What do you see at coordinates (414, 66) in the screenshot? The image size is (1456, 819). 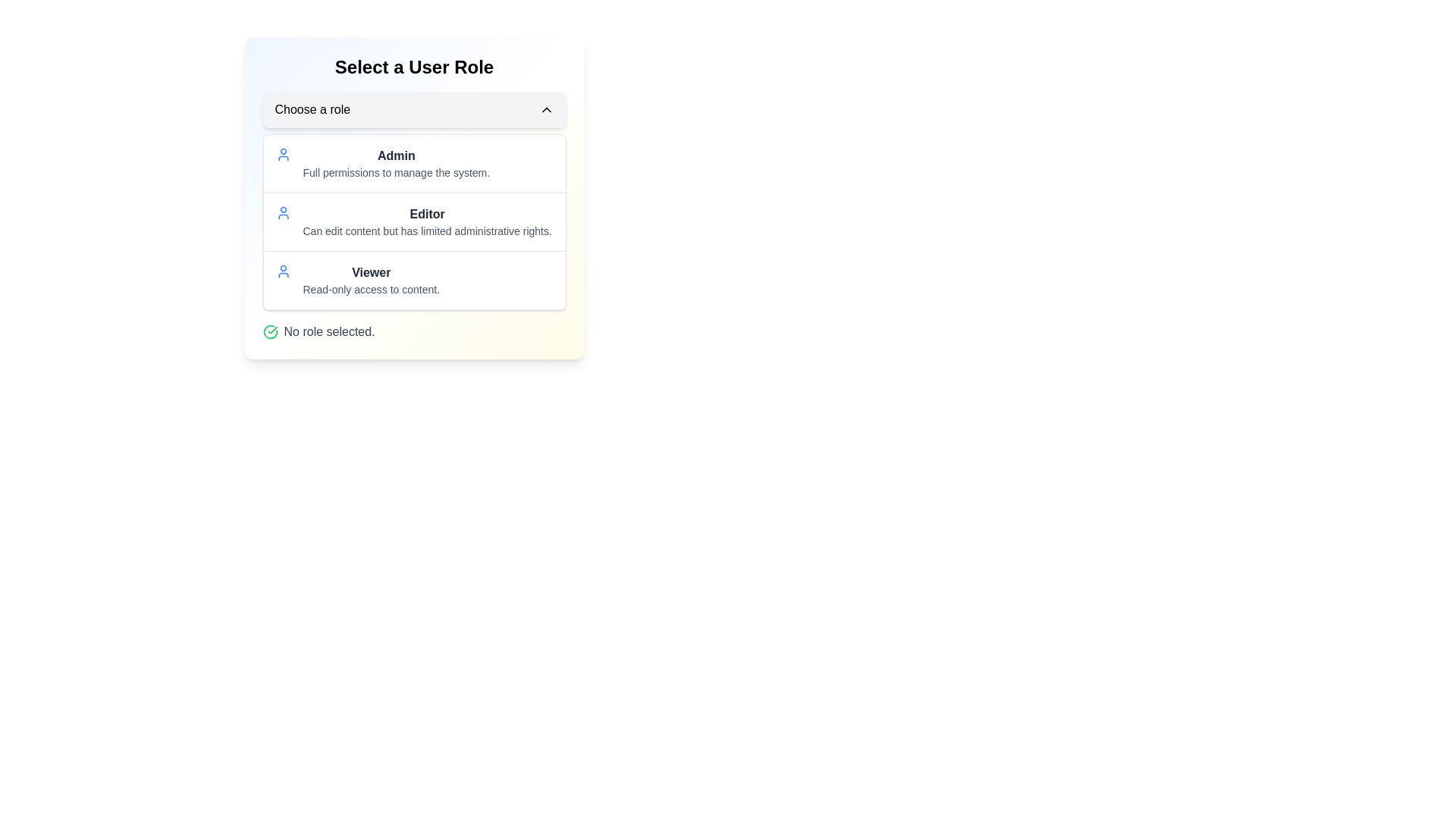 I see `the Text Header that says 'Select a User Role', which is styled with bold and large font size and positioned at the top of the interface` at bounding box center [414, 66].